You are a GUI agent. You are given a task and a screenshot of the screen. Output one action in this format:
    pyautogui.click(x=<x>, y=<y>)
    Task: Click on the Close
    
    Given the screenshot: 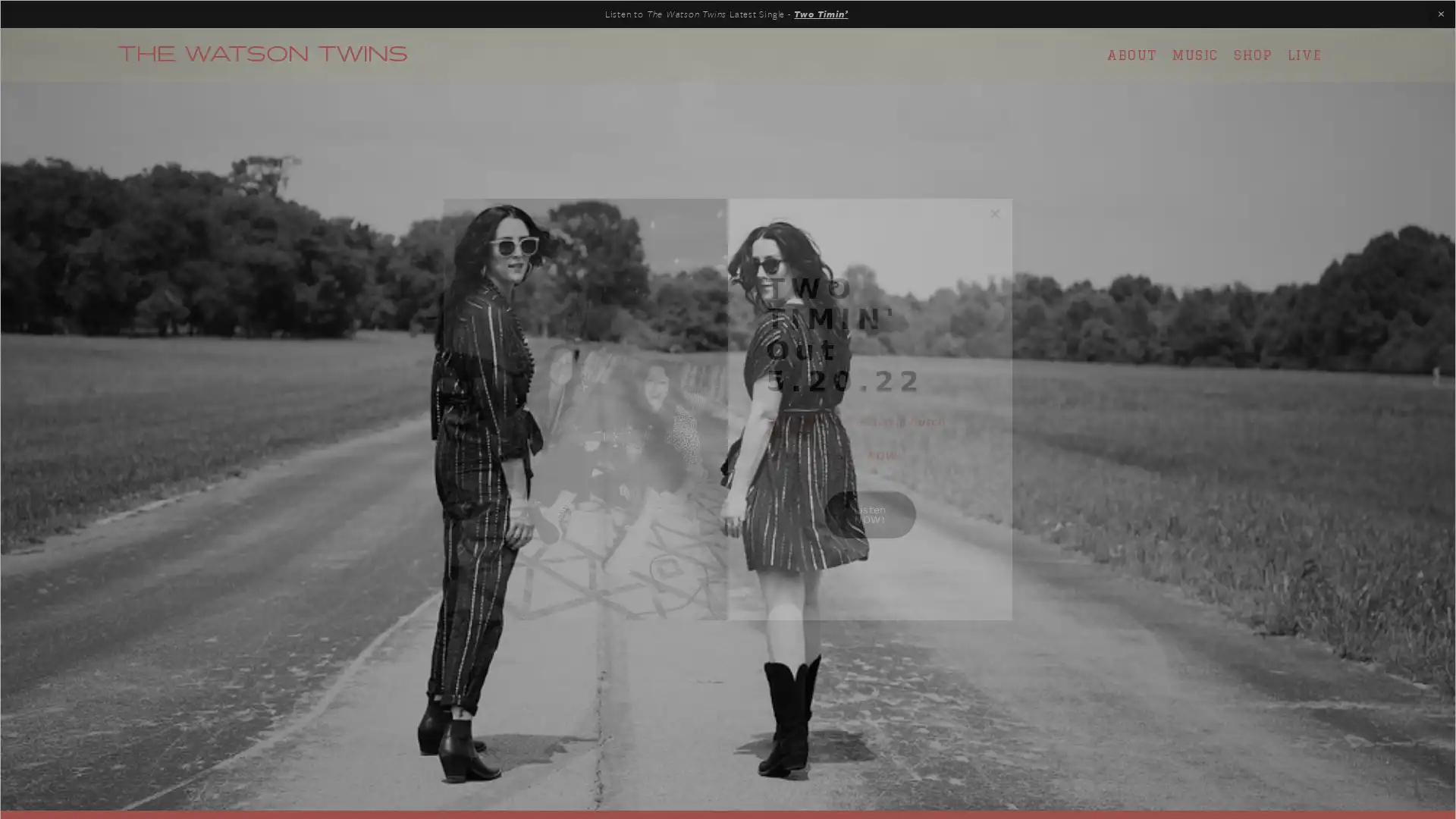 What is the action you would take?
    pyautogui.click(x=994, y=216)
    